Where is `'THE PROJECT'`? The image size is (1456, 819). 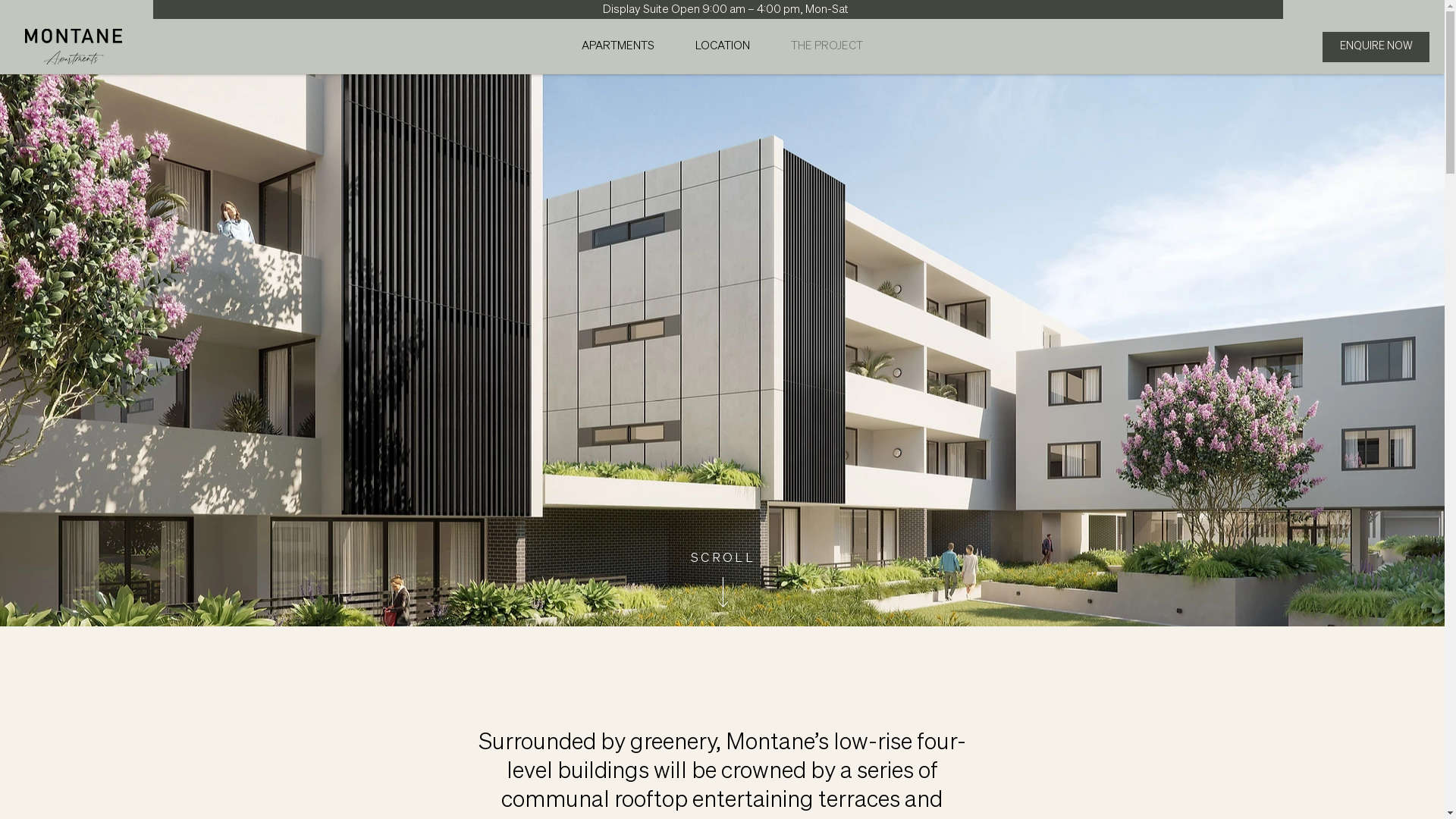 'THE PROJECT' is located at coordinates (826, 45).